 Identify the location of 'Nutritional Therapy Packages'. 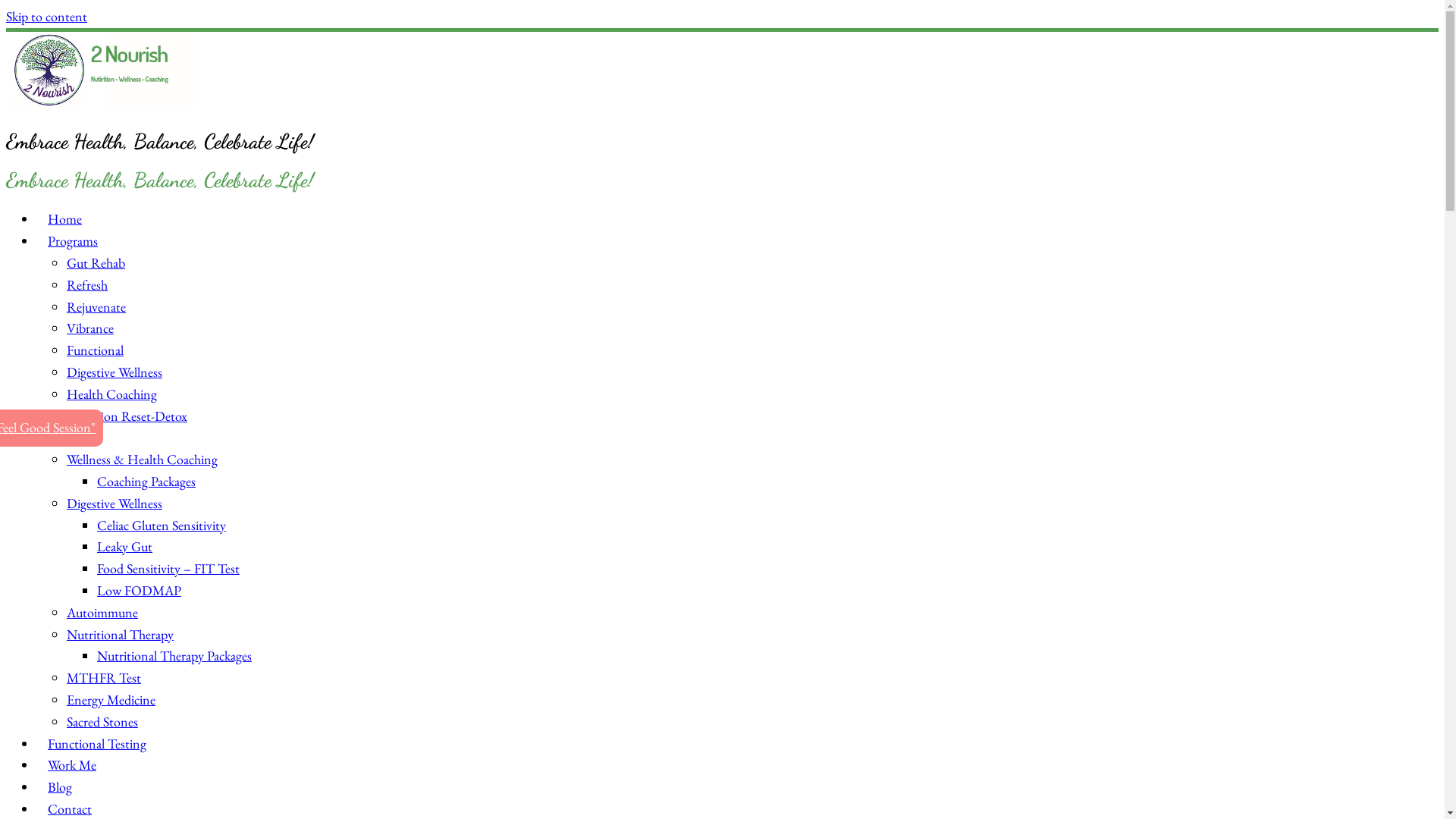
(174, 654).